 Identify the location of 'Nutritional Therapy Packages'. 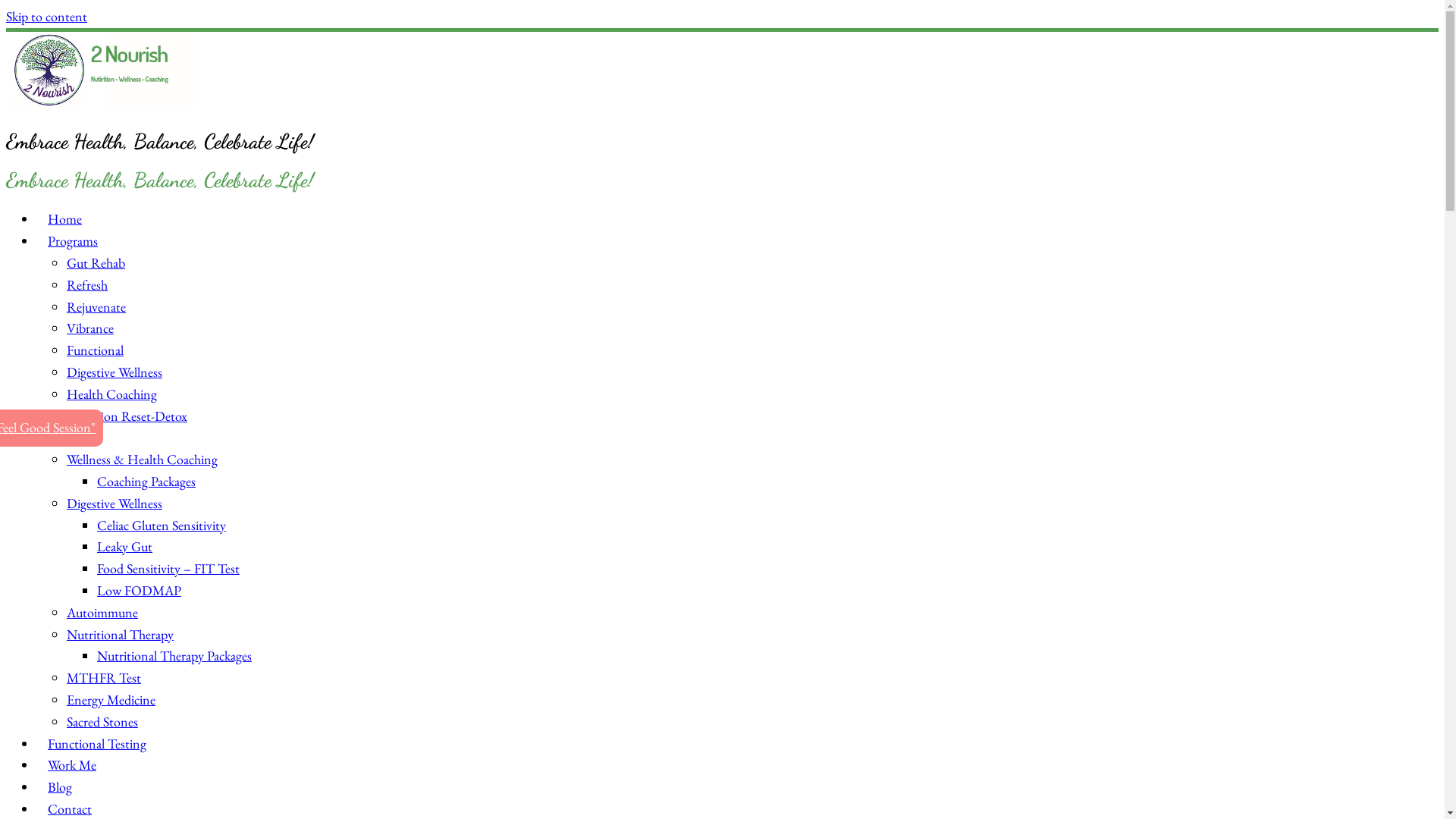
(174, 654).